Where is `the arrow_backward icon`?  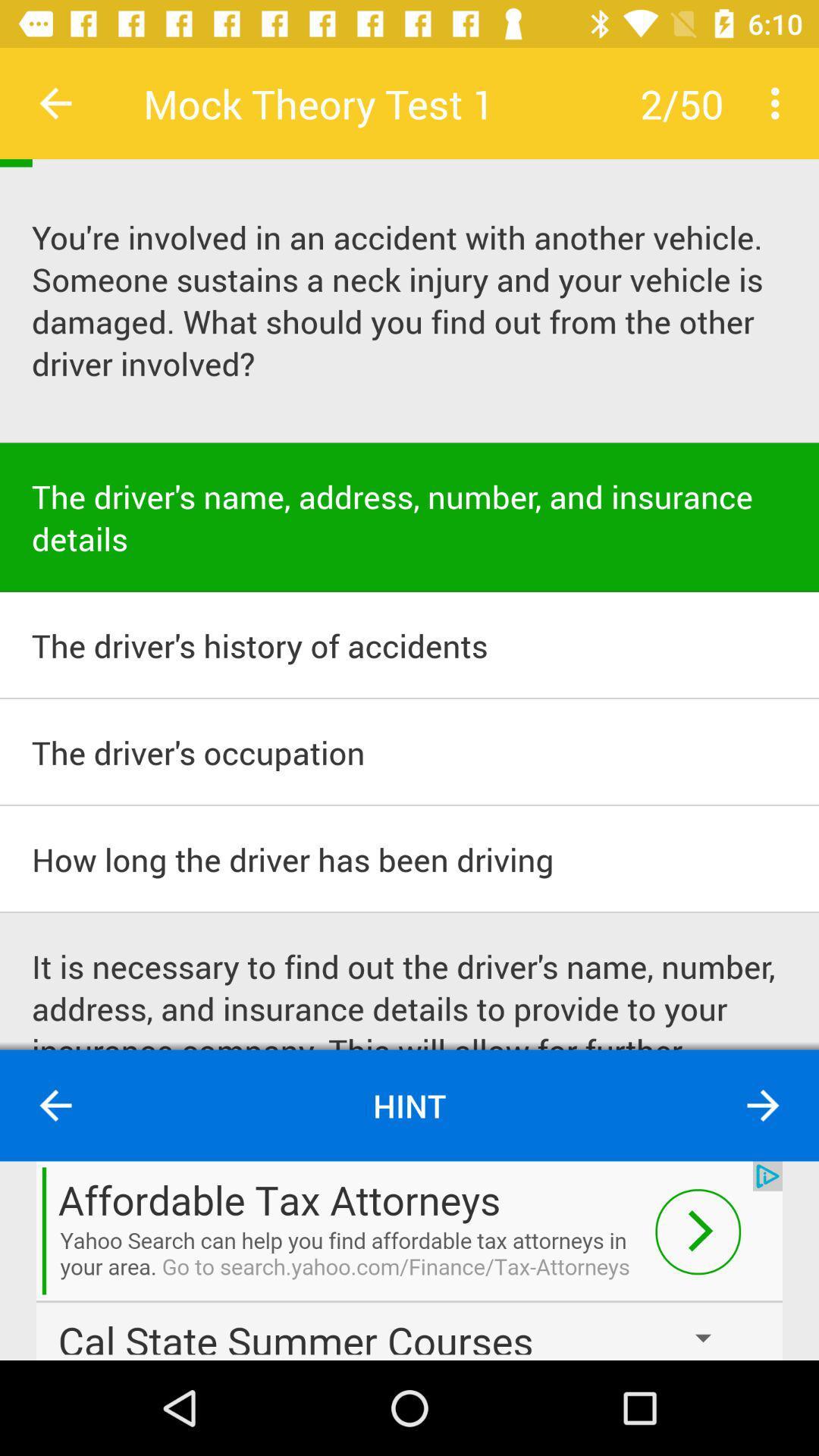 the arrow_backward icon is located at coordinates (55, 1106).